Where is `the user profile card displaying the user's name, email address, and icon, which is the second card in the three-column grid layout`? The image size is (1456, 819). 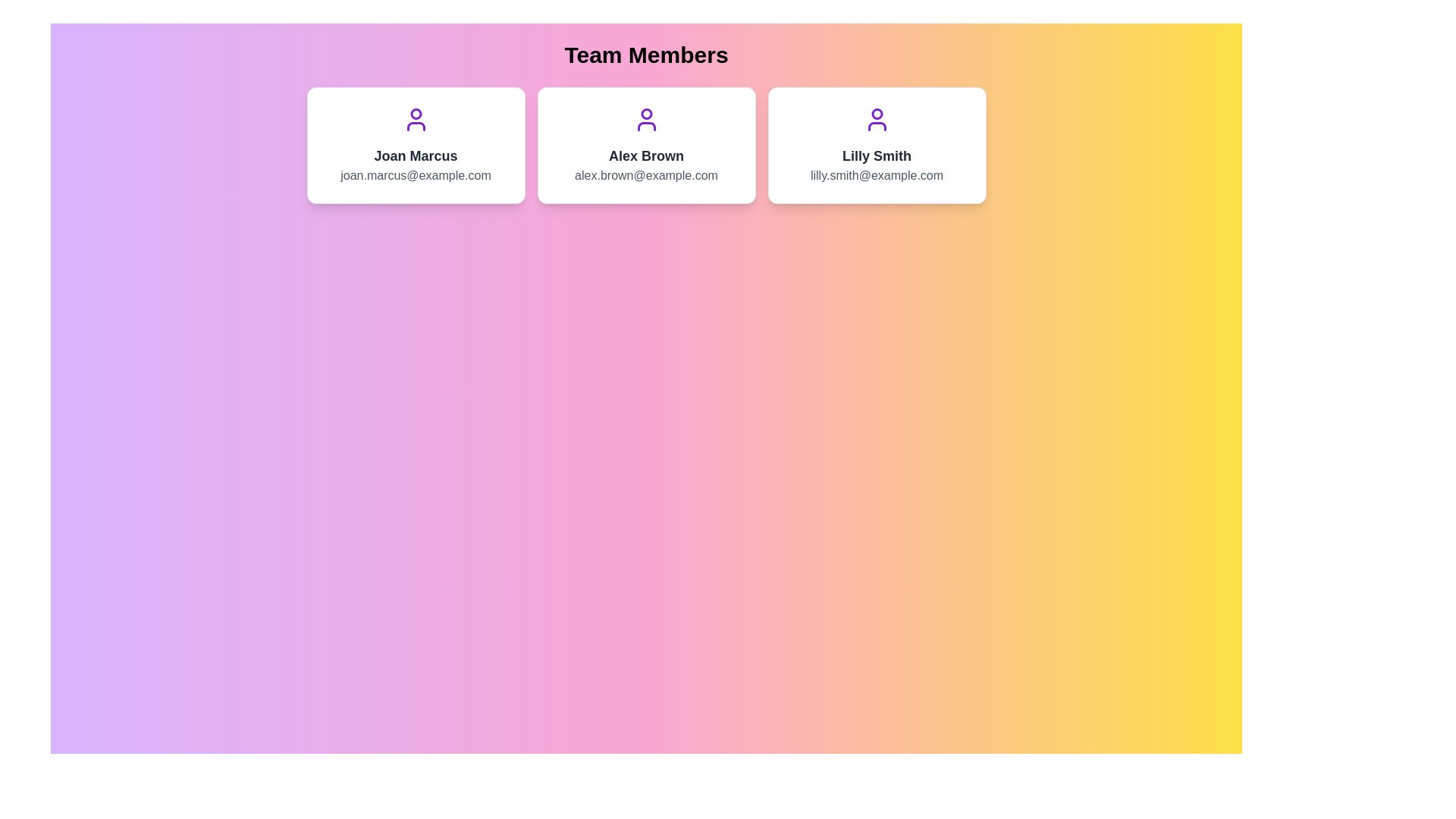
the user profile card displaying the user's name, email address, and icon, which is the second card in the three-column grid layout is located at coordinates (646, 146).